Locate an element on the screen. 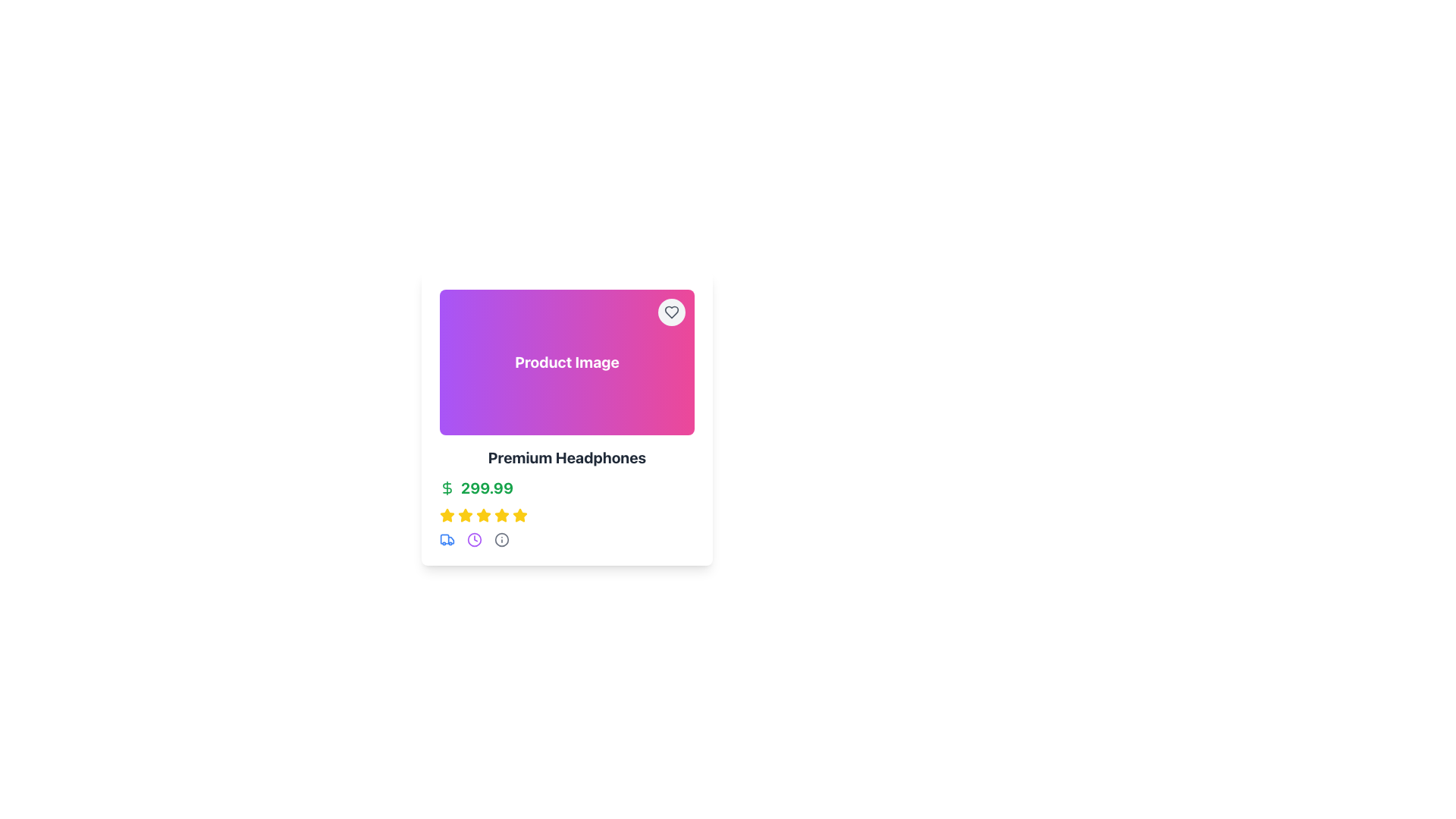  the clock icon representing time-related features located at the bottom part of the card, second from the left in the icon group is located at coordinates (473, 539).